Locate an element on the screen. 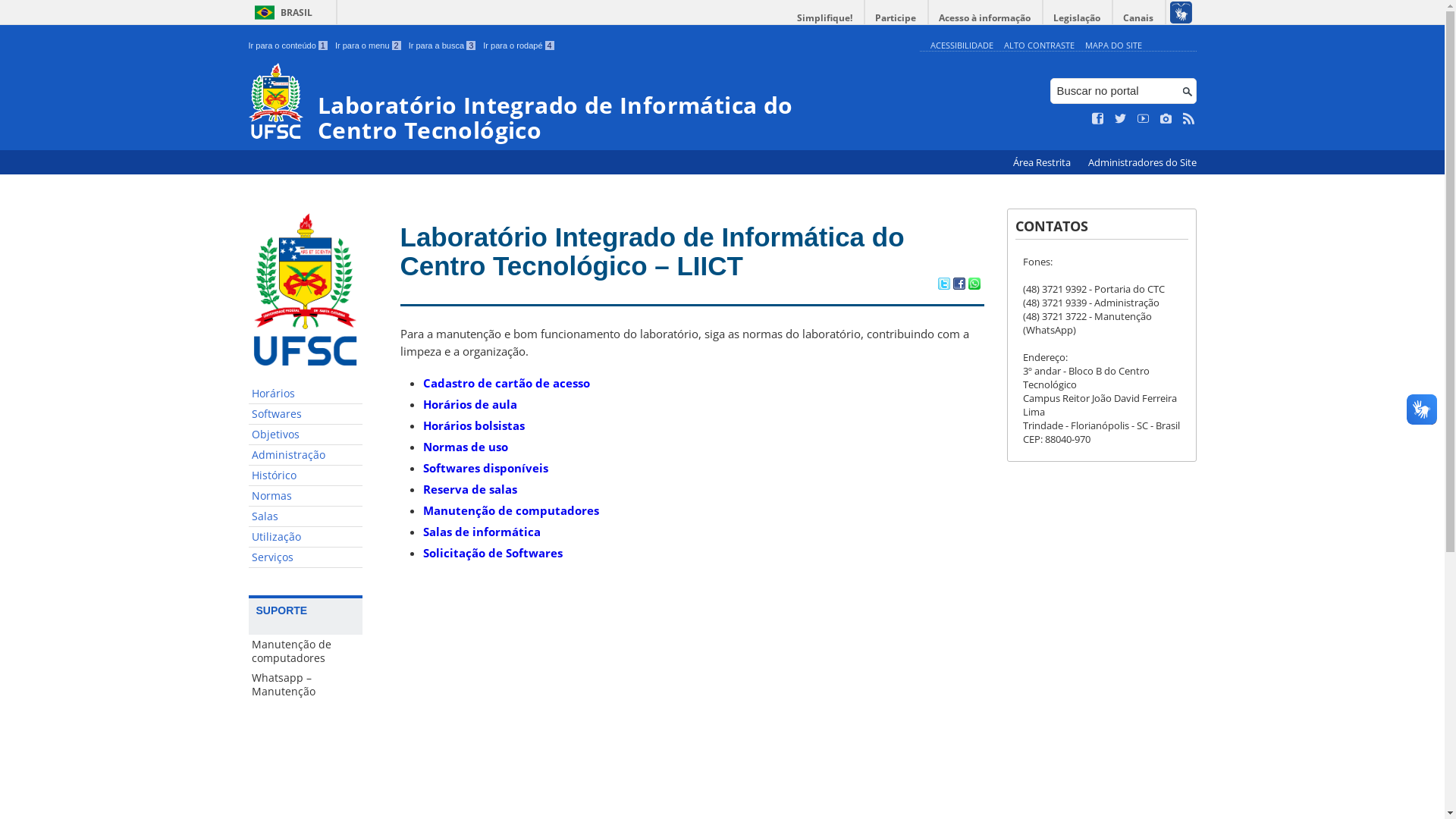 This screenshot has width=1456, height=819. 'Administradores do Site' is located at coordinates (1141, 162).